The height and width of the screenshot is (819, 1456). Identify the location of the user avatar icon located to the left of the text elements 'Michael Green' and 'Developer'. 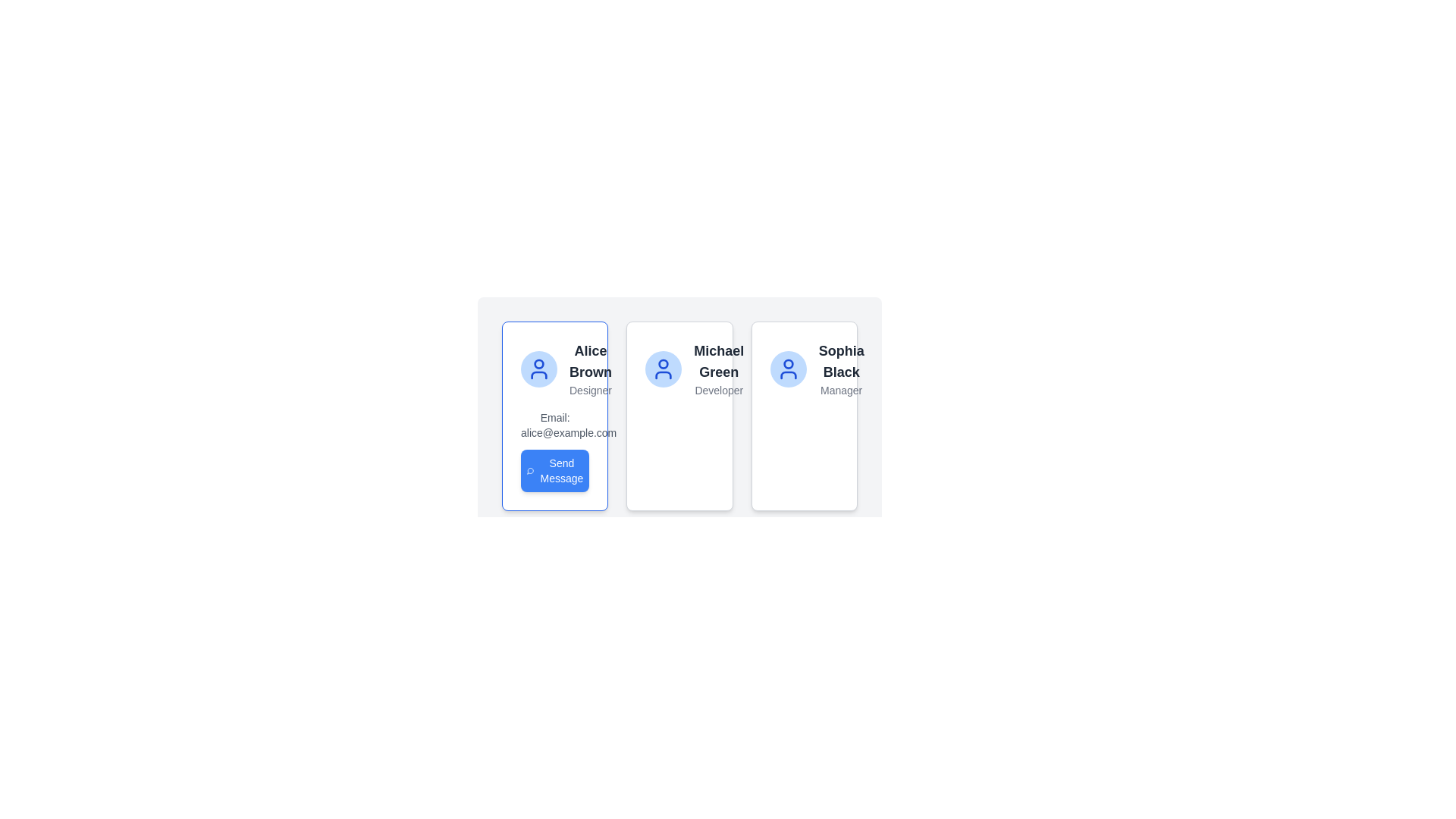
(664, 369).